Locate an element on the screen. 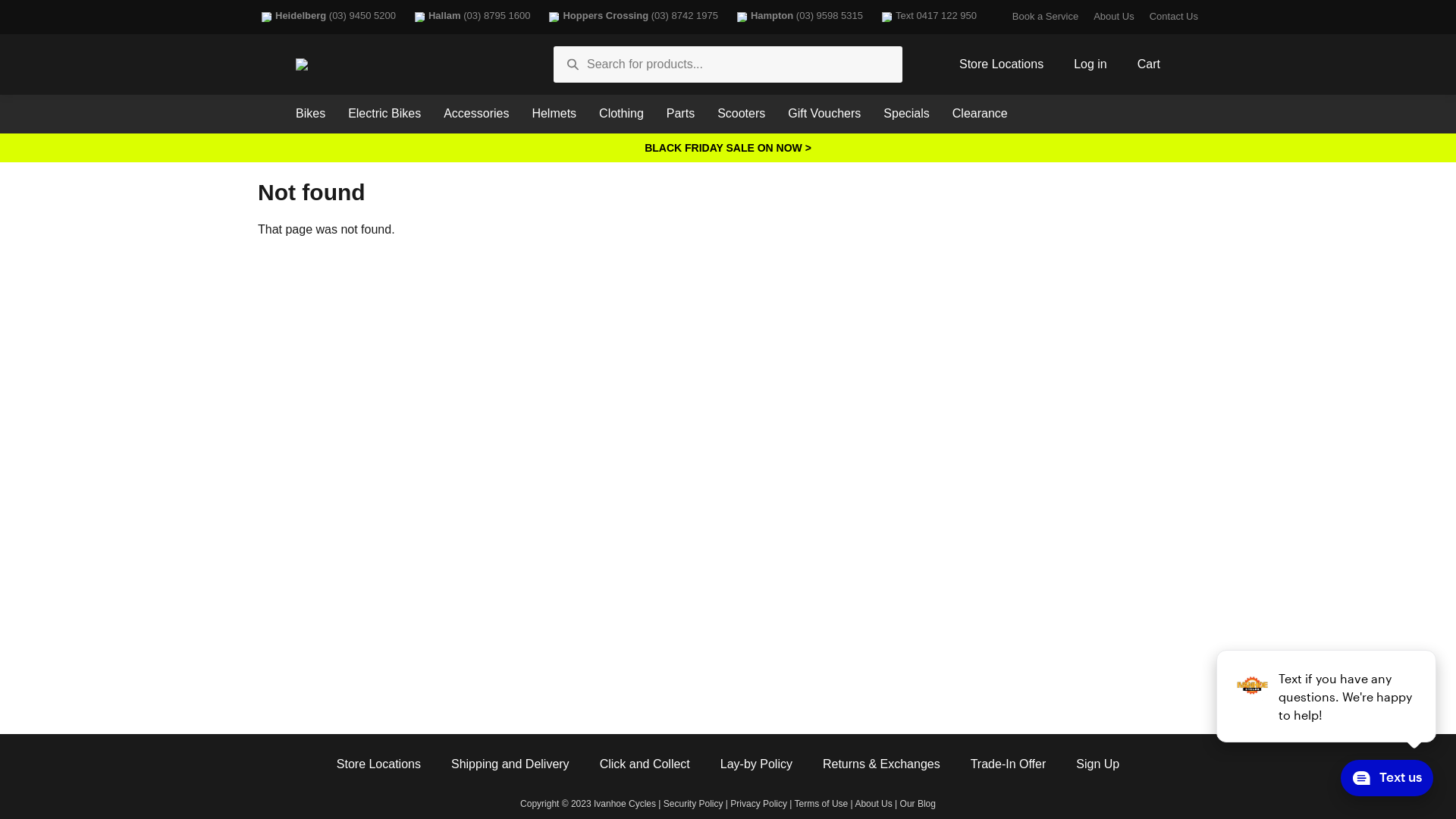  'Contact Us' is located at coordinates (1172, 17).